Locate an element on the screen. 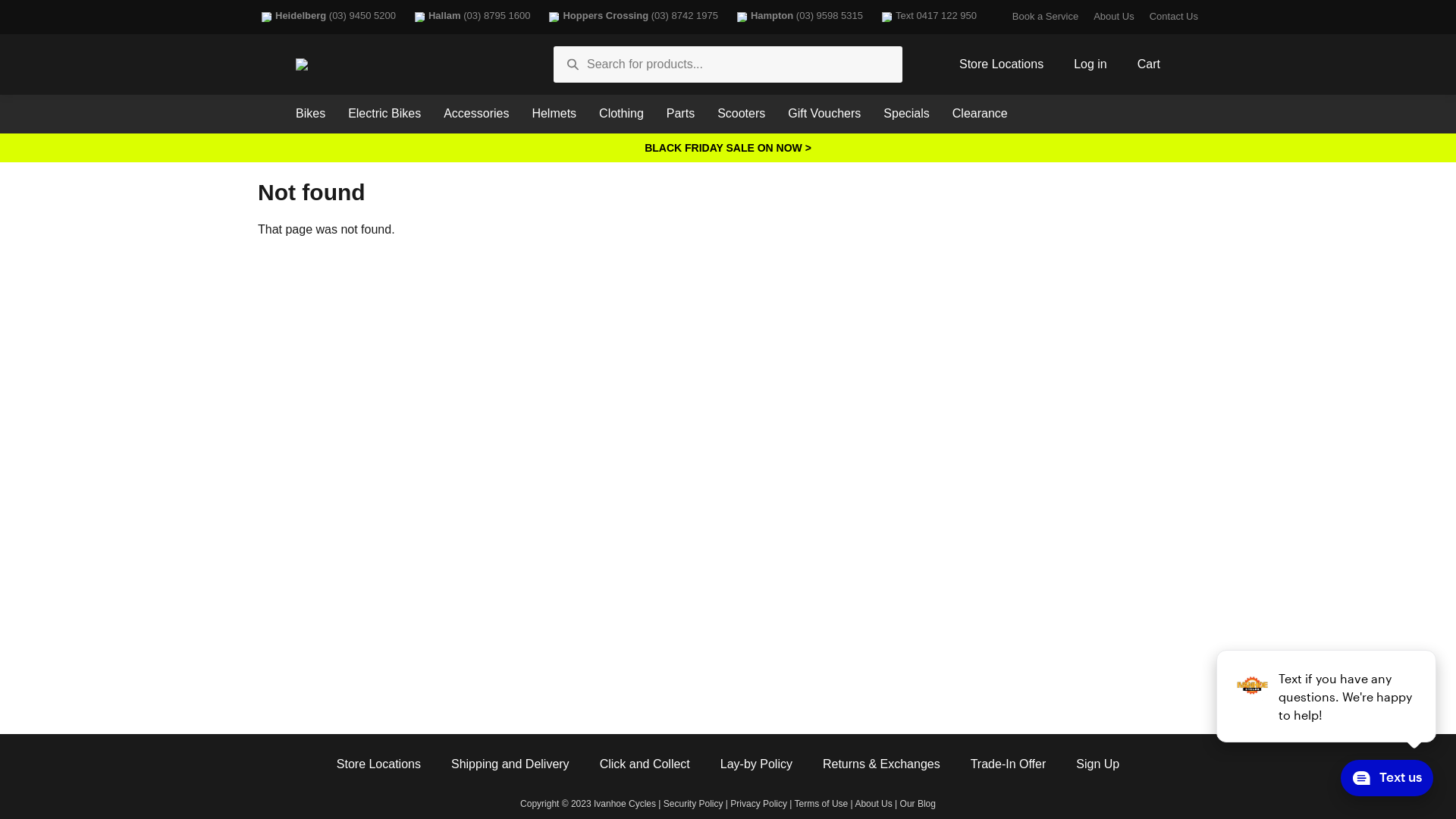  'Contact Us' is located at coordinates (1172, 17).